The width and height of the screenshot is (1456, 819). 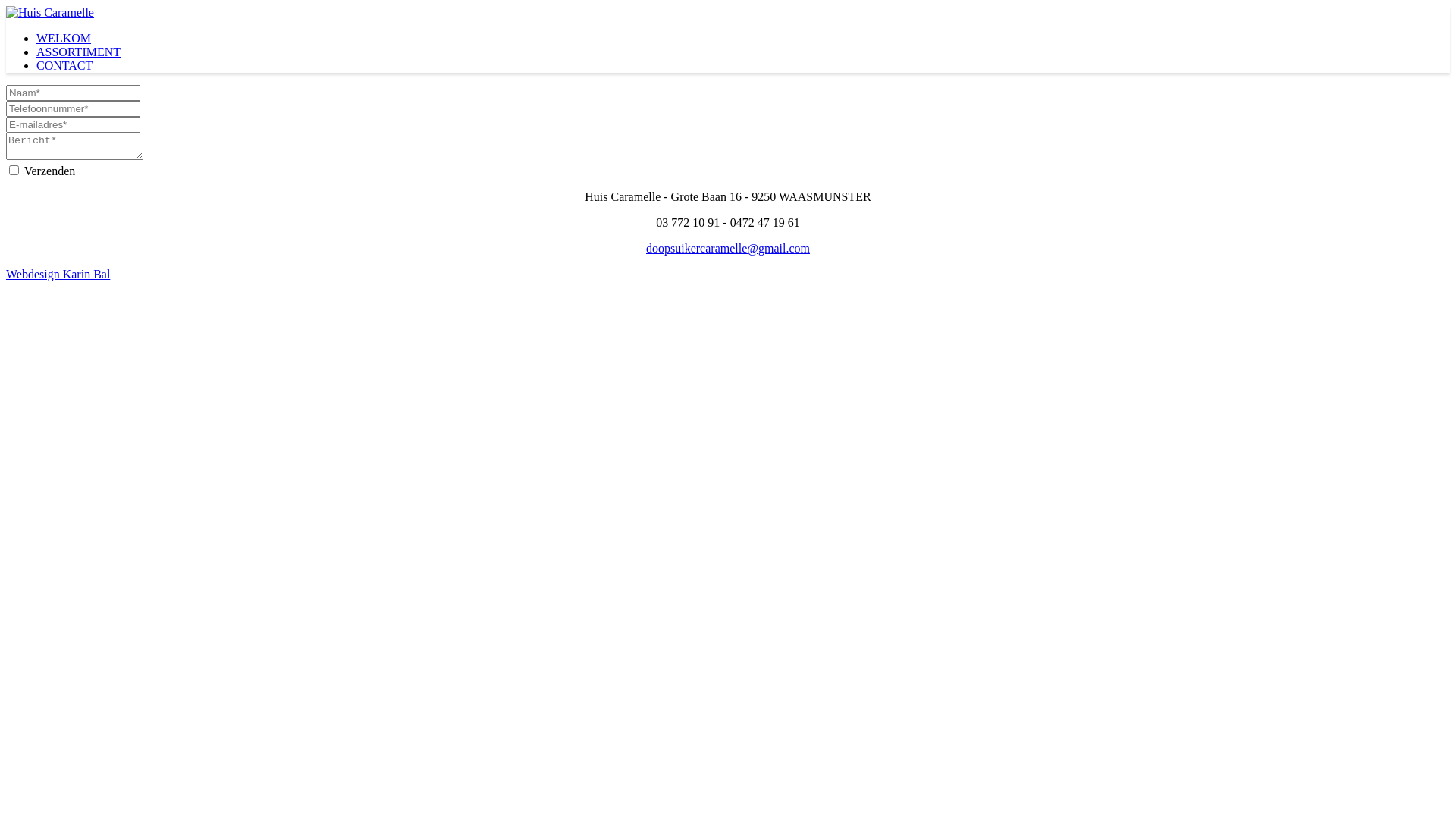 What do you see at coordinates (58, 274) in the screenshot?
I see `'Webdesign Karin Bal'` at bounding box center [58, 274].